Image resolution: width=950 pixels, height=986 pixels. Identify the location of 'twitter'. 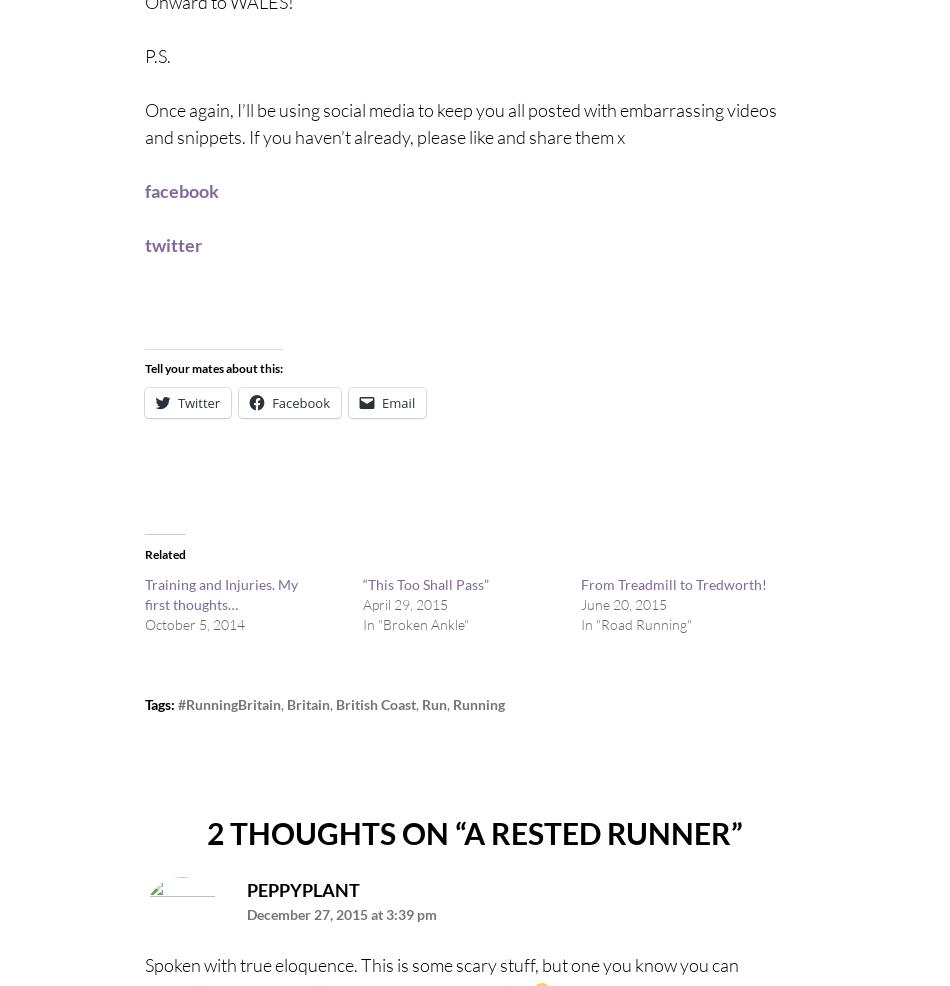
(144, 244).